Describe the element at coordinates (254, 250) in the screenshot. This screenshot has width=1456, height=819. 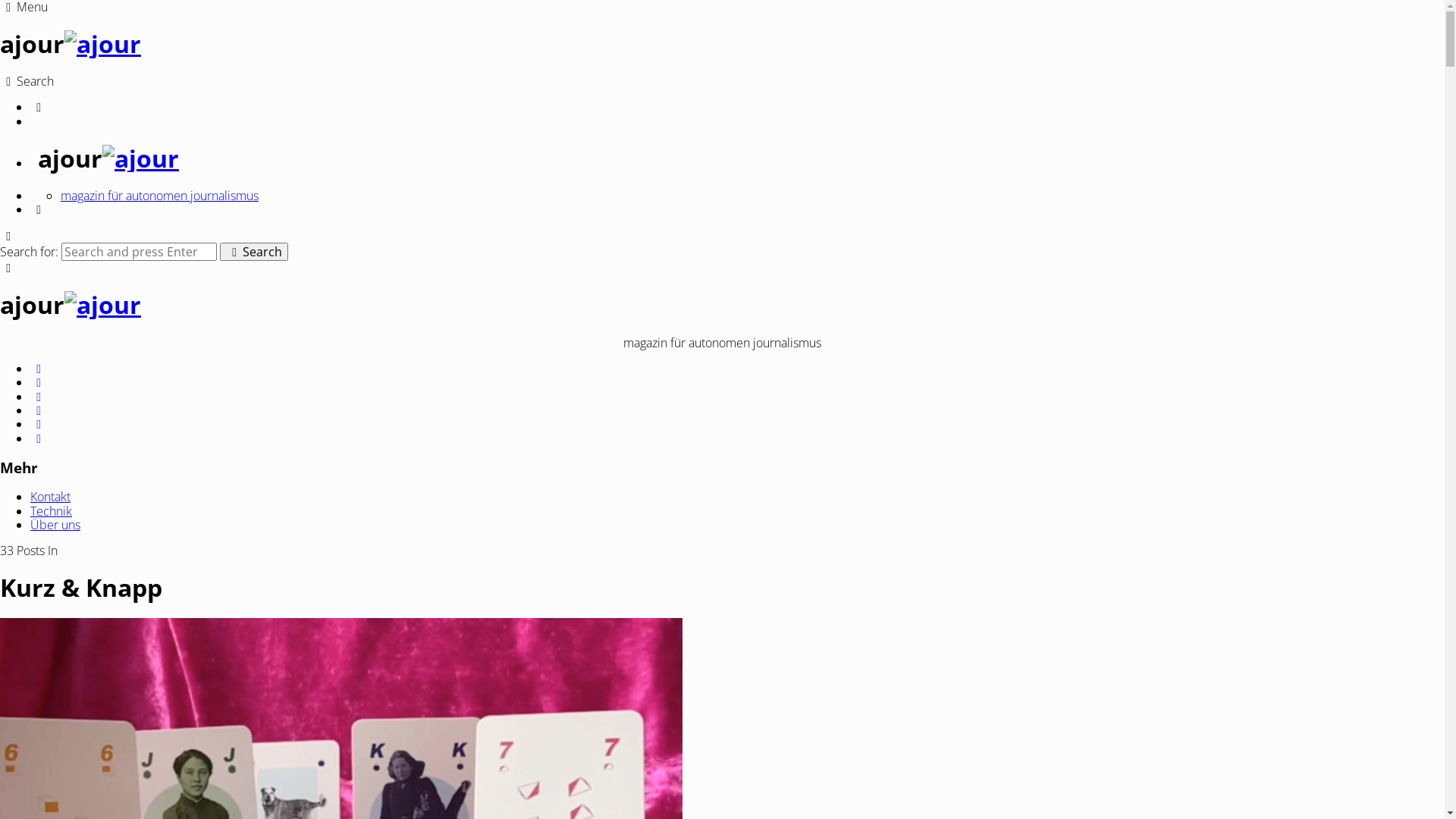
I see `'Search'` at that location.